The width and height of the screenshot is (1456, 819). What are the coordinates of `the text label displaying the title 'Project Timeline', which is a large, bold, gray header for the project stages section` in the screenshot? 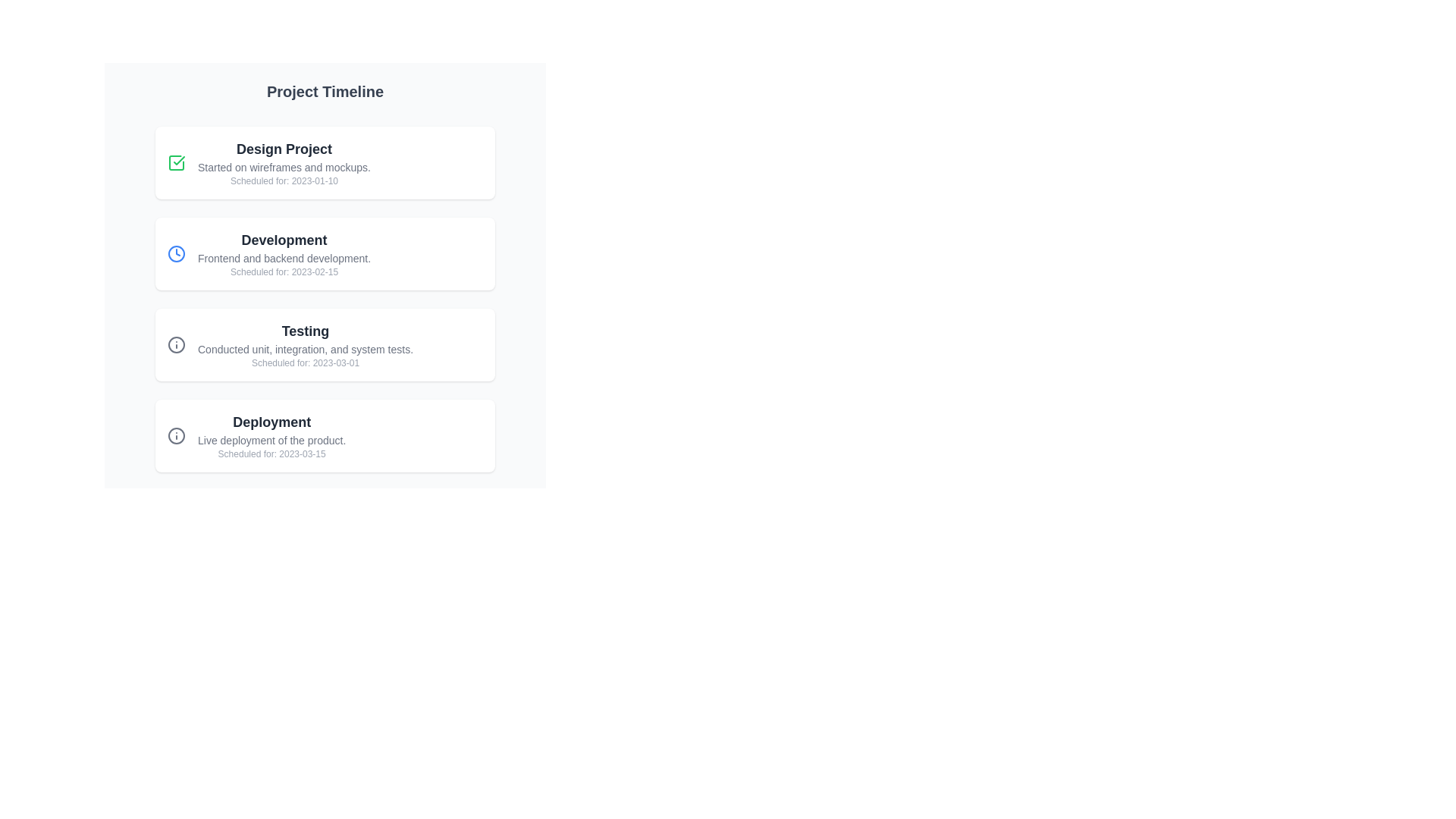 It's located at (324, 91).